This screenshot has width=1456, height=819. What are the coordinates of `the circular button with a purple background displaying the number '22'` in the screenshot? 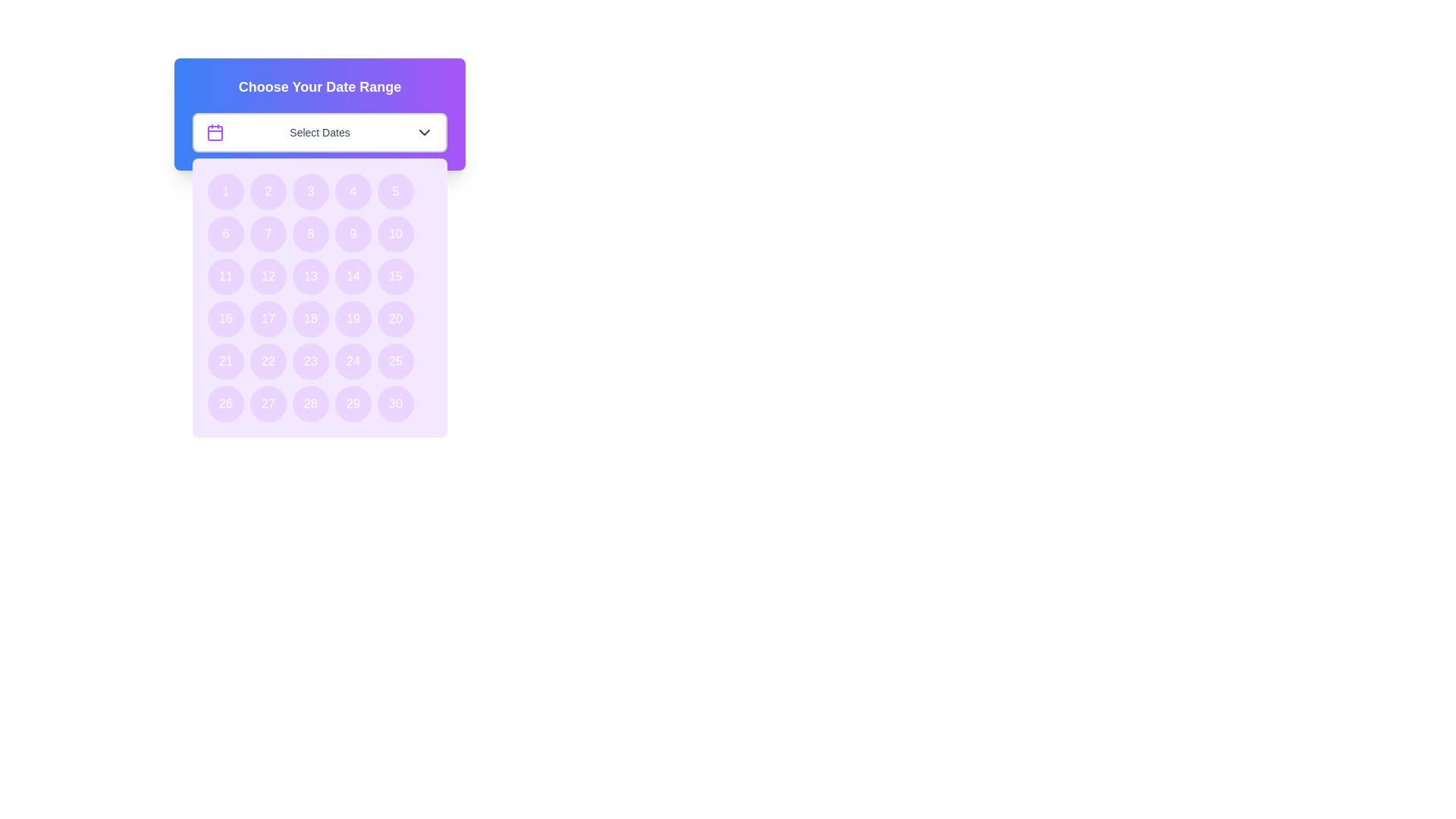 It's located at (268, 362).